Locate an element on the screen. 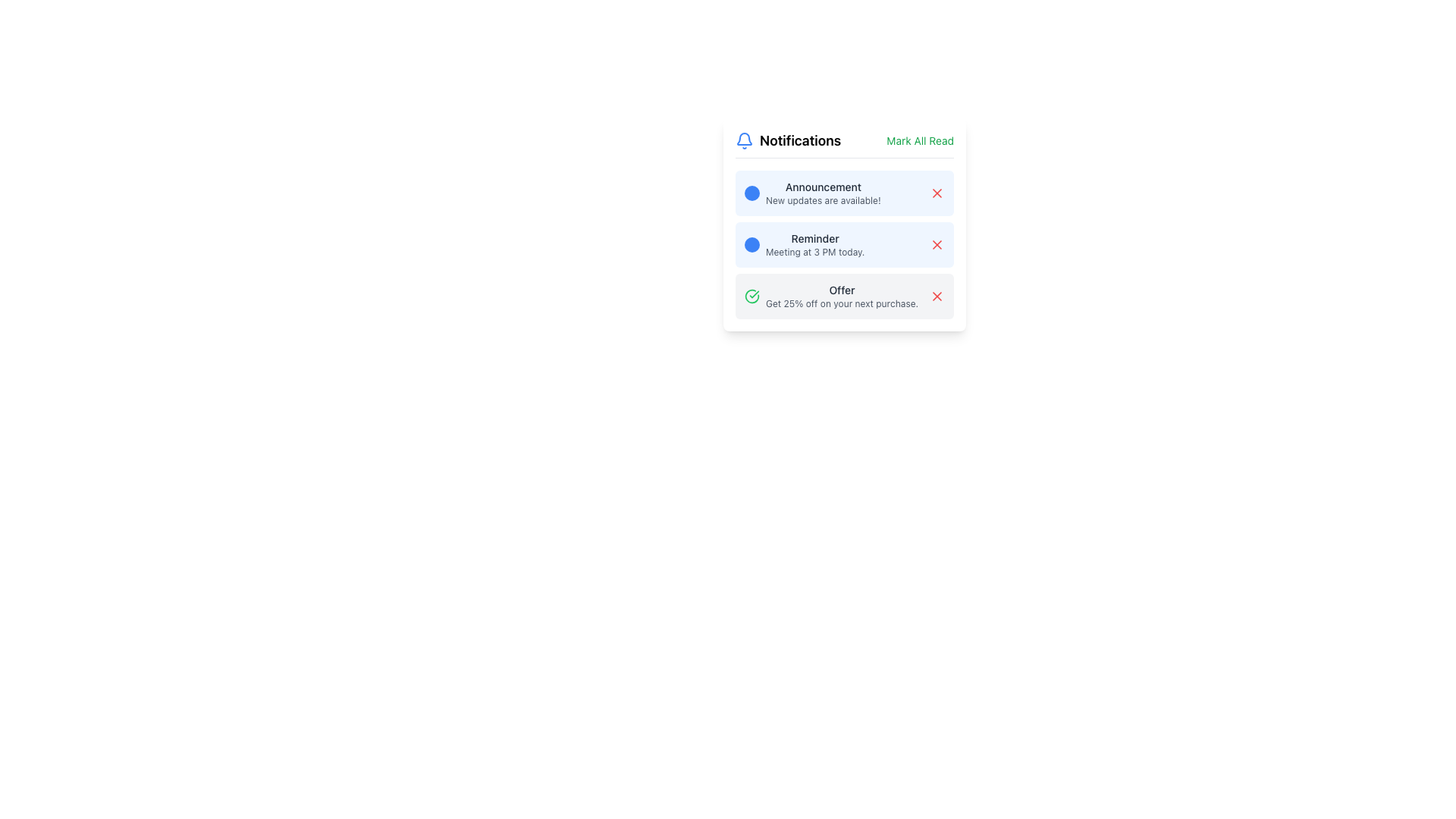 The width and height of the screenshot is (1456, 819). the red circular button with a white 'X' icon is located at coordinates (937, 296).